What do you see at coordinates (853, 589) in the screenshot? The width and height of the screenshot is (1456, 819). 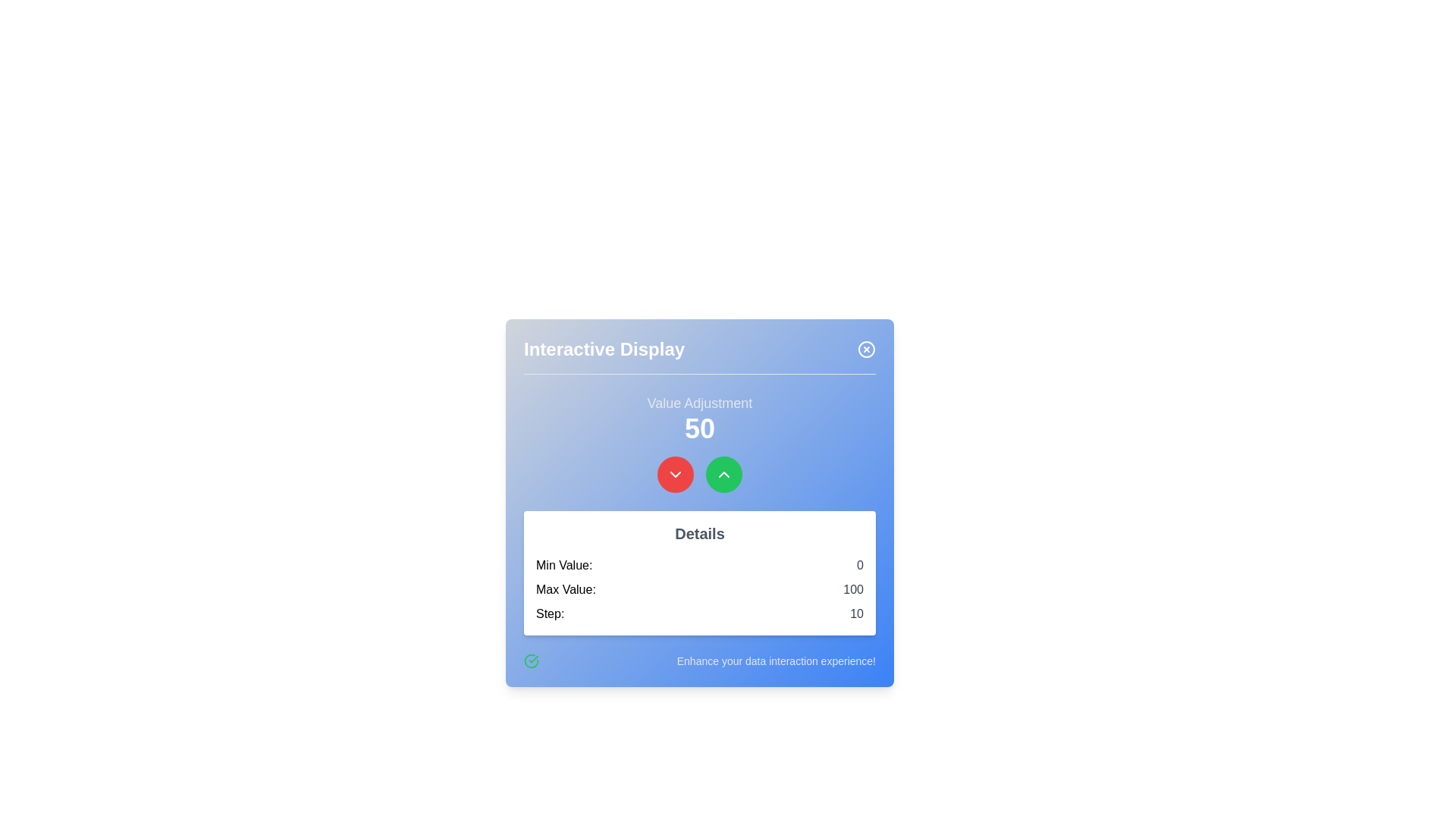 I see `the non-interactive informational display showing the maximum value, which is located below the central numeric display and adjustment controls, specifically the text 'Max Value: 100'` at bounding box center [853, 589].